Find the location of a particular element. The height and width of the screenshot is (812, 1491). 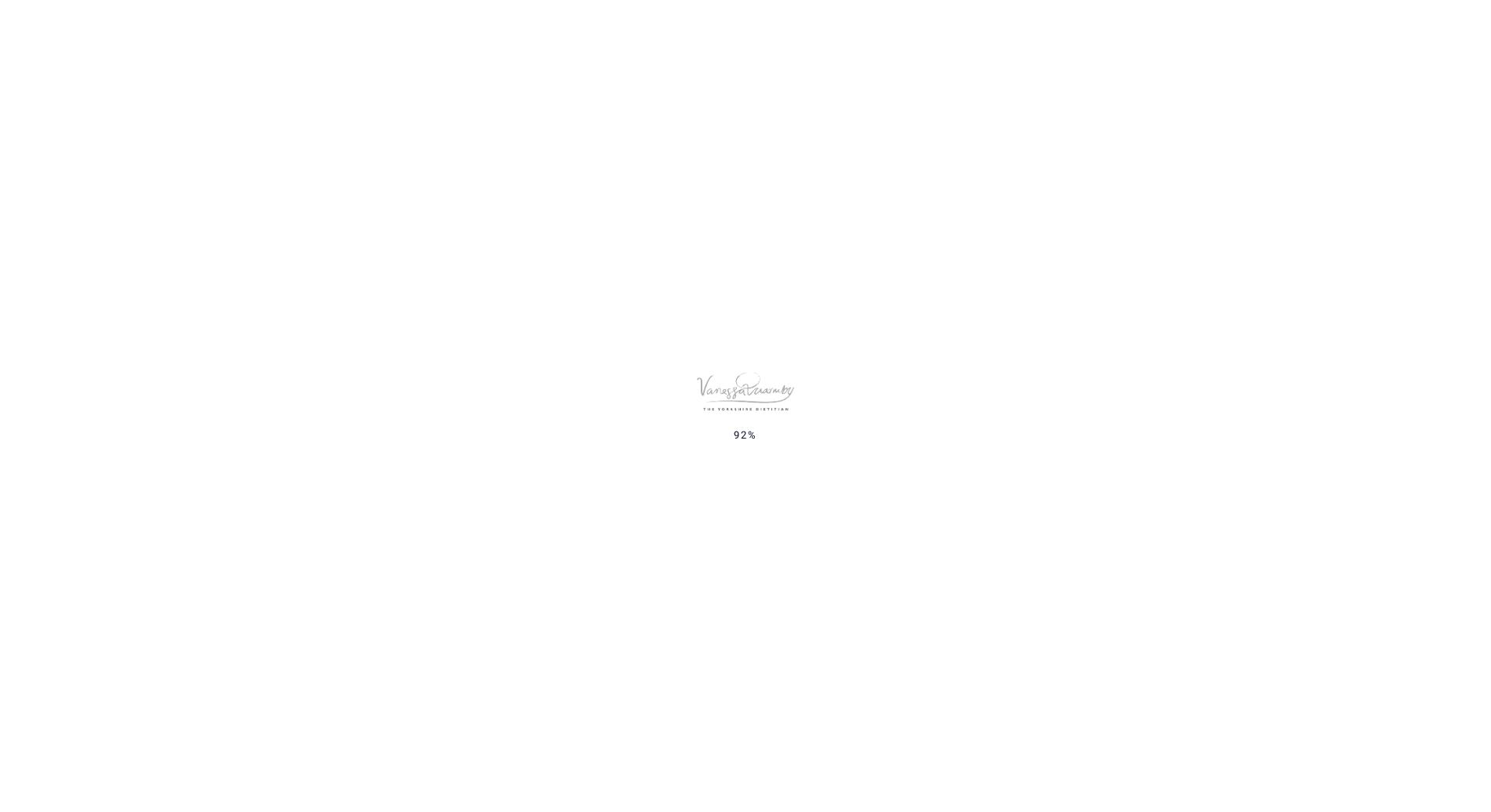

'Recent Comments' is located at coordinates (1077, 573).